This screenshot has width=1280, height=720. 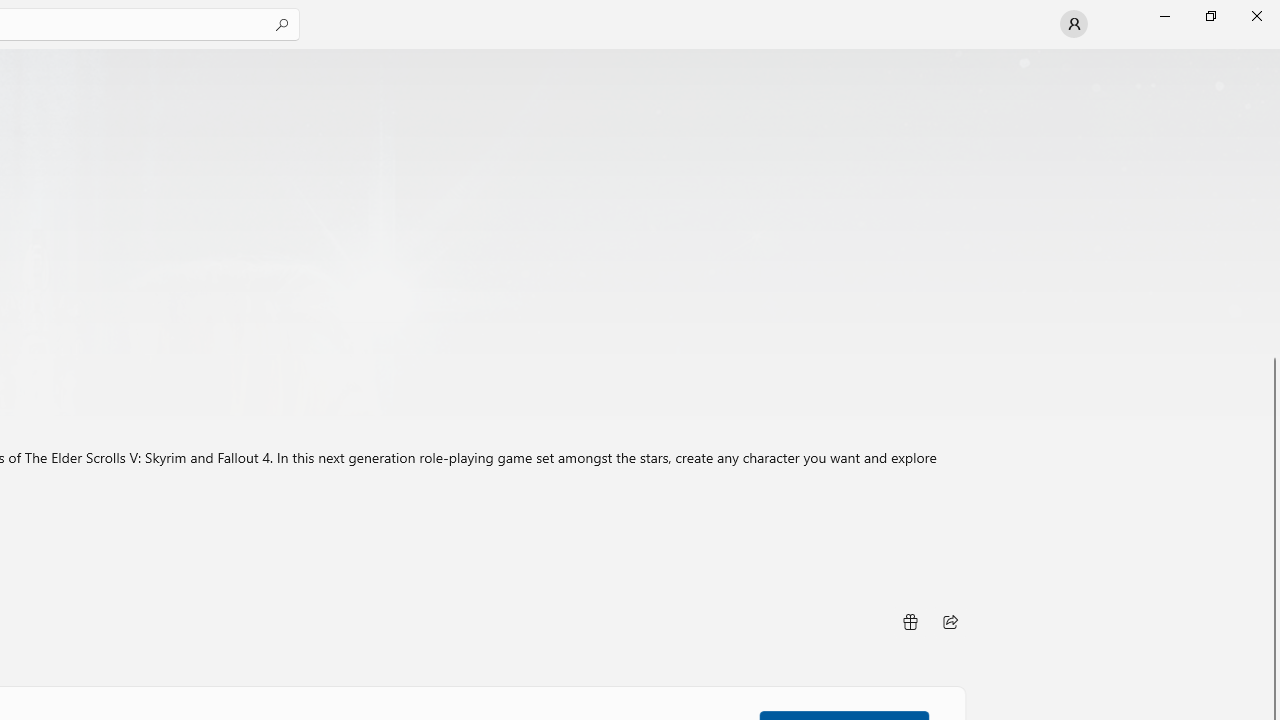 What do you see at coordinates (949, 621) in the screenshot?
I see `'Share'` at bounding box center [949, 621].